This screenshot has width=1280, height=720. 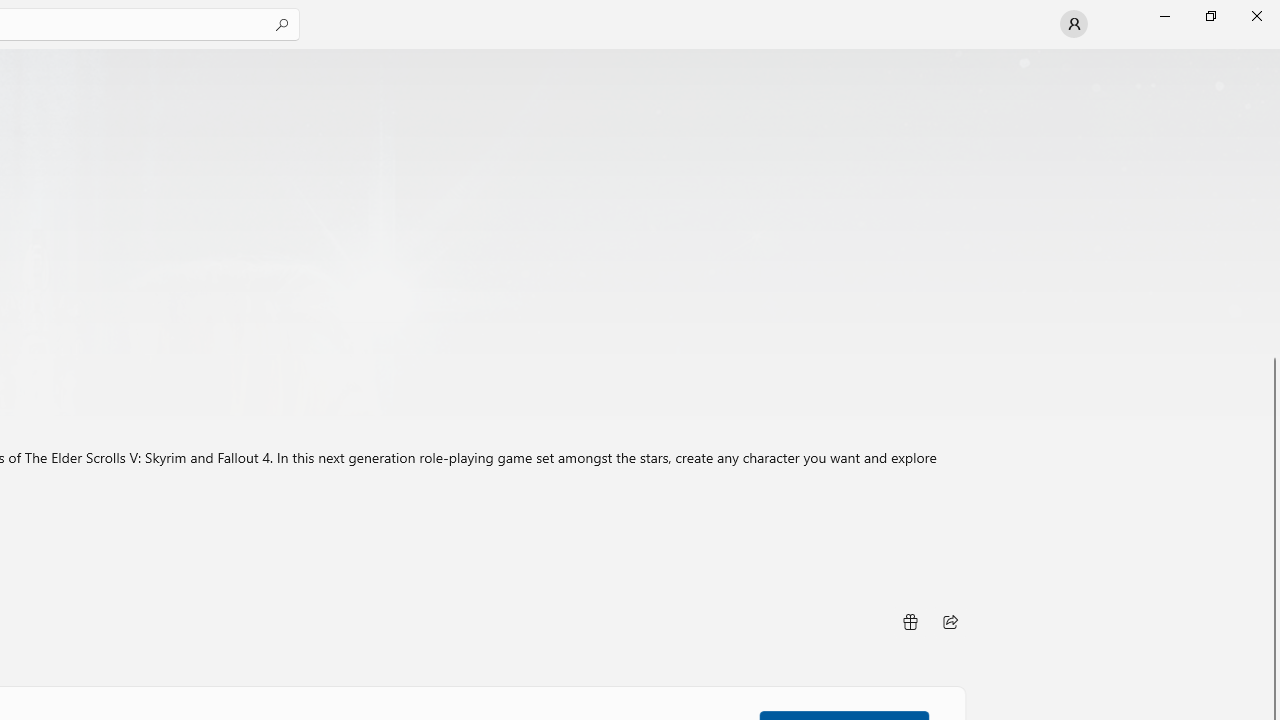 What do you see at coordinates (949, 621) in the screenshot?
I see `'Share'` at bounding box center [949, 621].